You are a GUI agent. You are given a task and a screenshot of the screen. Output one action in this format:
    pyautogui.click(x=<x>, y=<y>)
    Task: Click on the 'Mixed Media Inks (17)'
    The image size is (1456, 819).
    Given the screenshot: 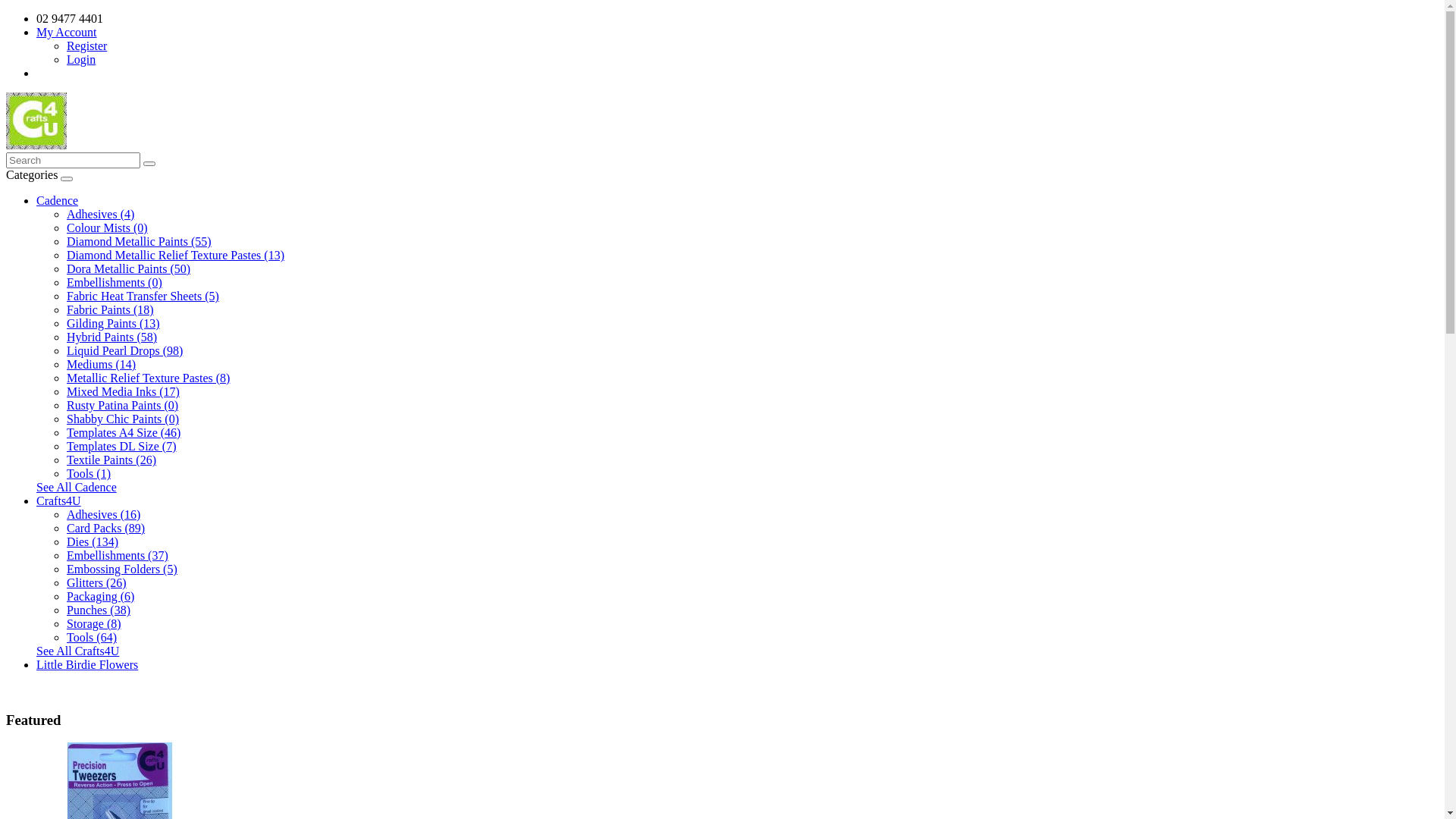 What is the action you would take?
    pyautogui.click(x=123, y=391)
    